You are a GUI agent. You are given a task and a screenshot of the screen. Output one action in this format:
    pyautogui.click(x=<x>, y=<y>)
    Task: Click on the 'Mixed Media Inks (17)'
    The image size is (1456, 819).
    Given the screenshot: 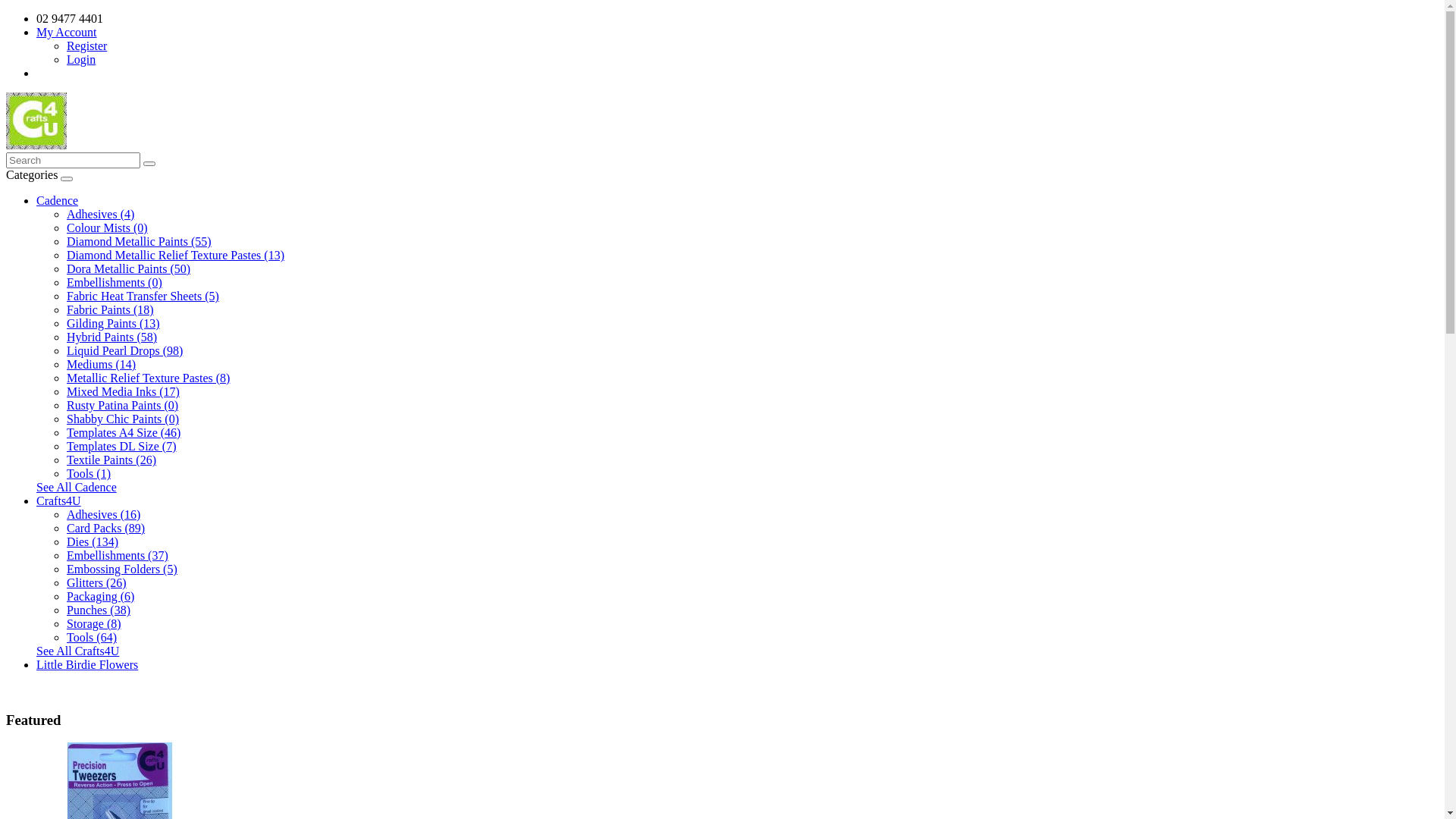 What is the action you would take?
    pyautogui.click(x=123, y=391)
    